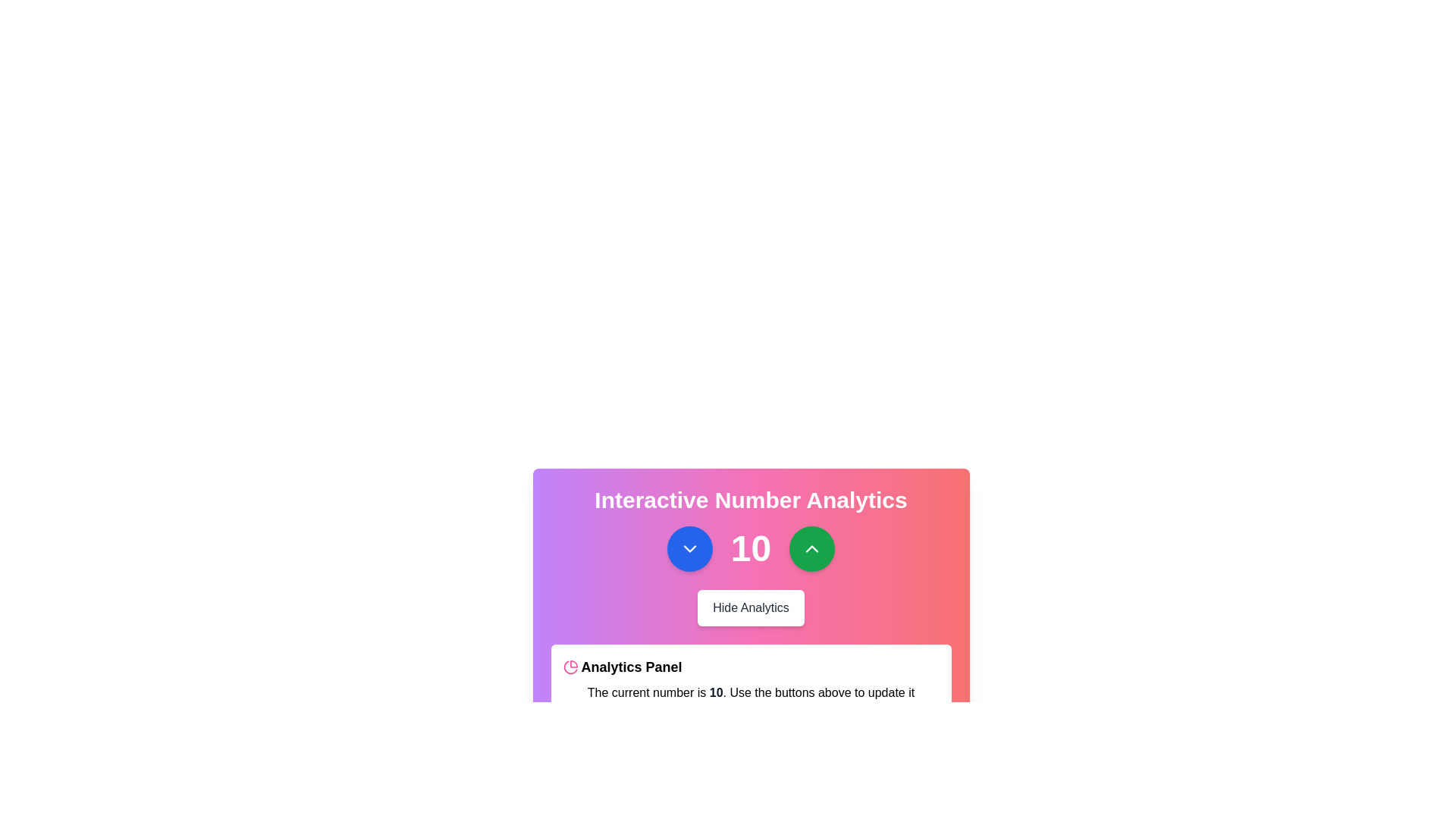  I want to click on the circular blue button with a white downward-pointing chevron, located to the left of the numeric value '10', to decrement the number, so click(689, 549).